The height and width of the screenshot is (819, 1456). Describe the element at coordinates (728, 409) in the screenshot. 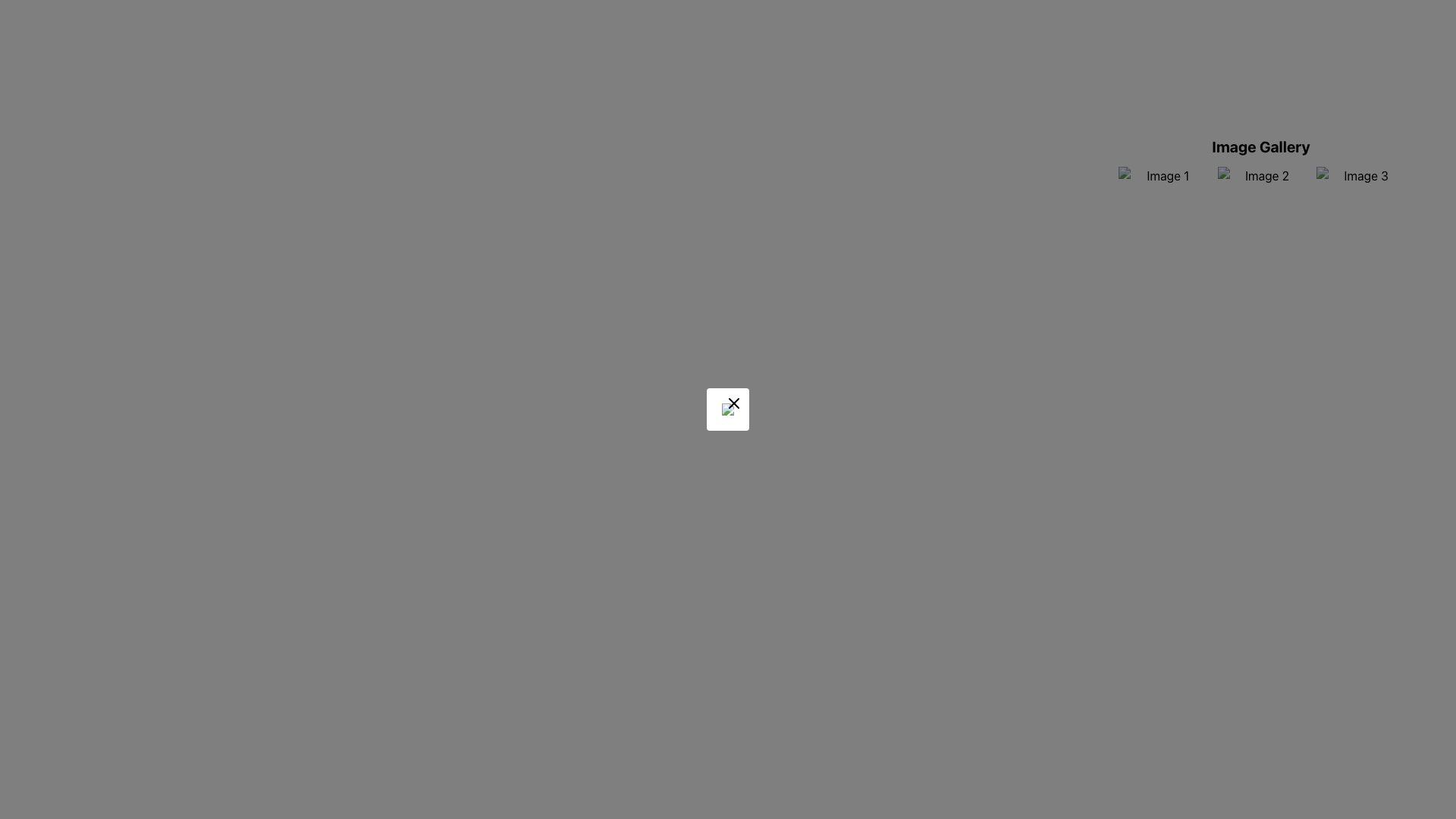

I see `the centrally positioned image placeholder with overlay that indicates missing content` at that location.